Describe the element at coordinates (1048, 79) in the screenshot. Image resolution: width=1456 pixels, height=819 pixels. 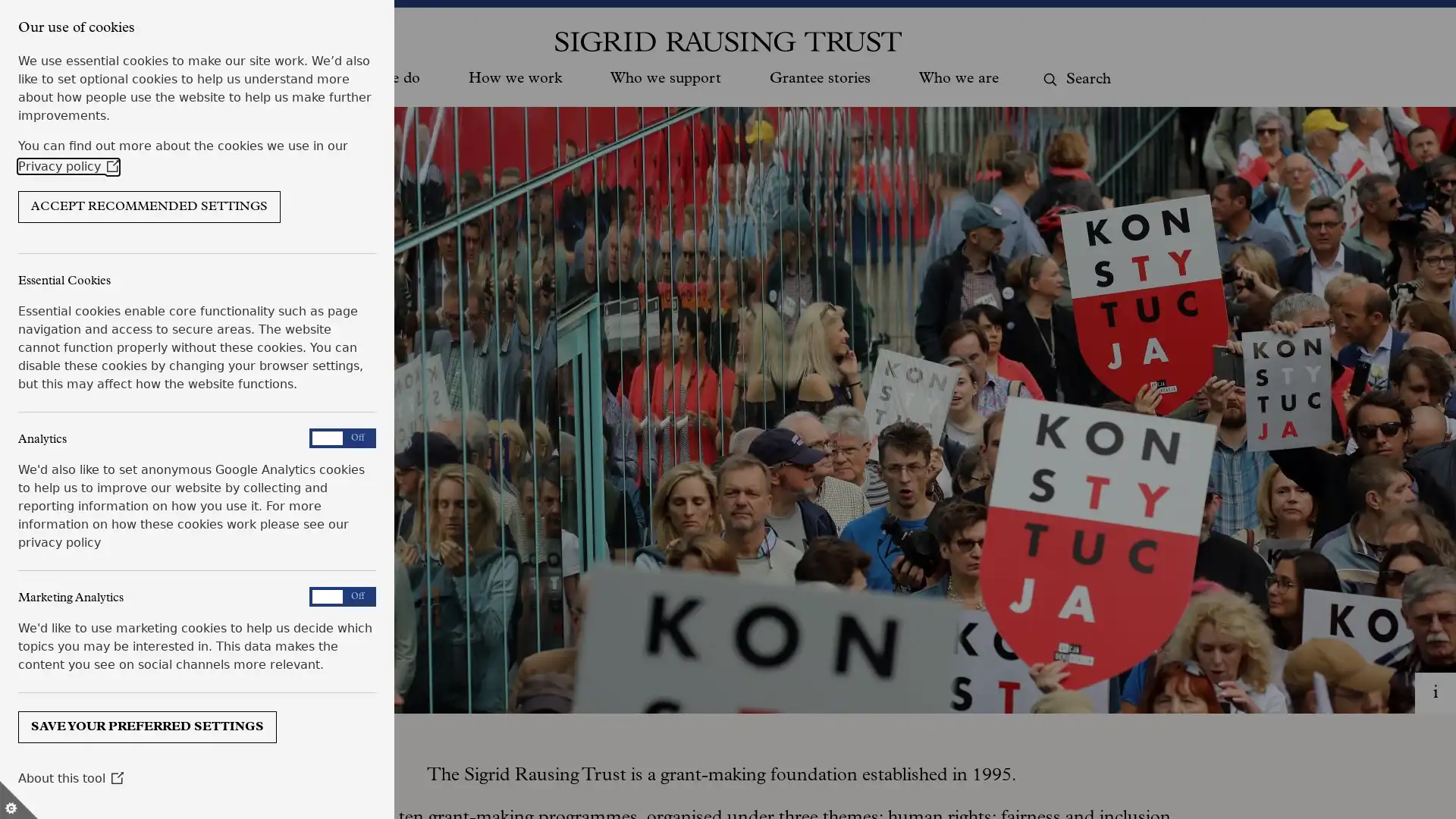
I see `Search submit` at that location.